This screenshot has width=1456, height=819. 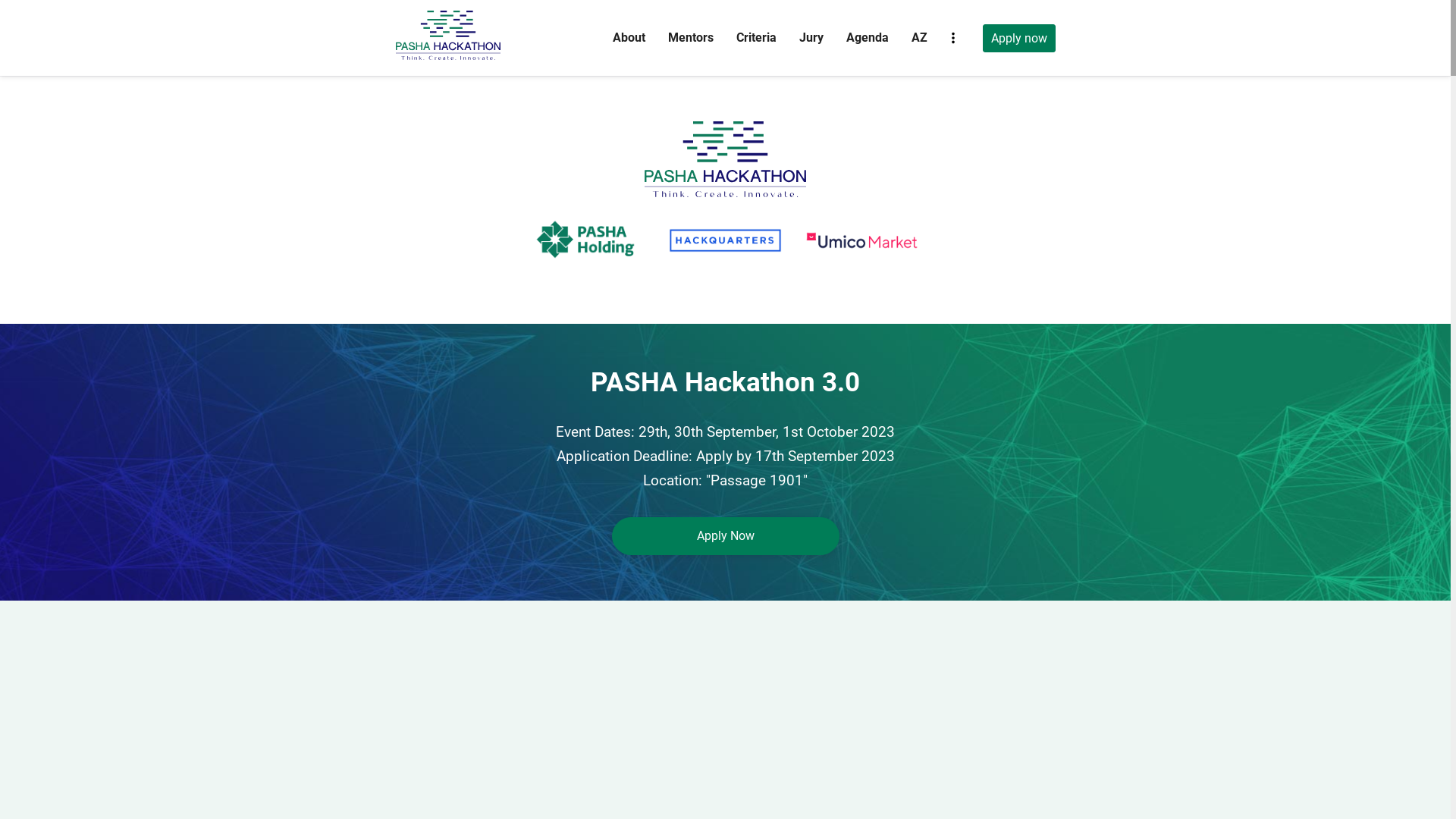 What do you see at coordinates (918, 36) in the screenshot?
I see `'AZ'` at bounding box center [918, 36].